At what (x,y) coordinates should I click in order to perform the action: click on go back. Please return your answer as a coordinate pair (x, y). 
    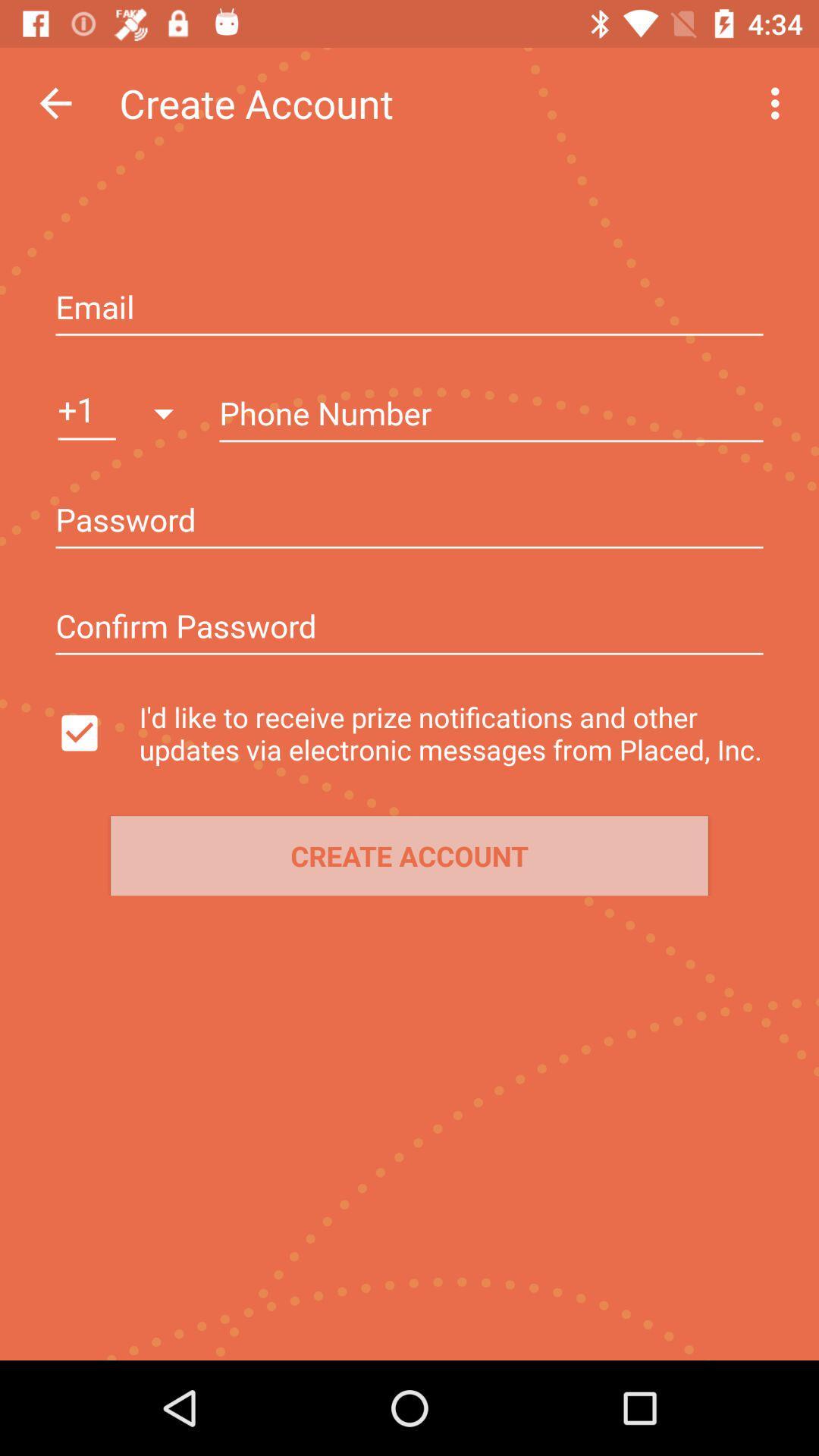
    Looking at the image, I should click on (55, 102).